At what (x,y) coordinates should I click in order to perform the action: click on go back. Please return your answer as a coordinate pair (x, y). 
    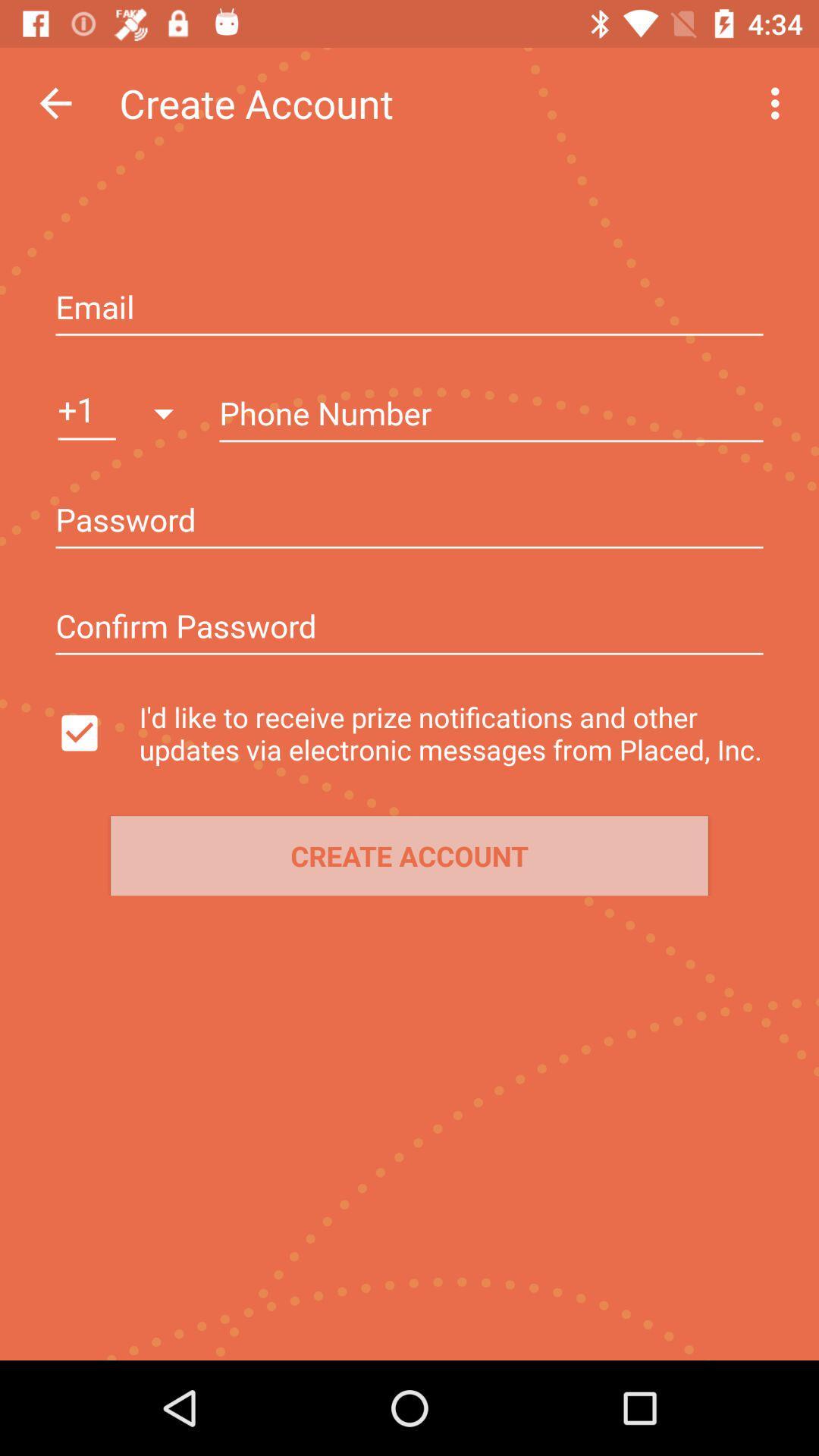
    Looking at the image, I should click on (55, 102).